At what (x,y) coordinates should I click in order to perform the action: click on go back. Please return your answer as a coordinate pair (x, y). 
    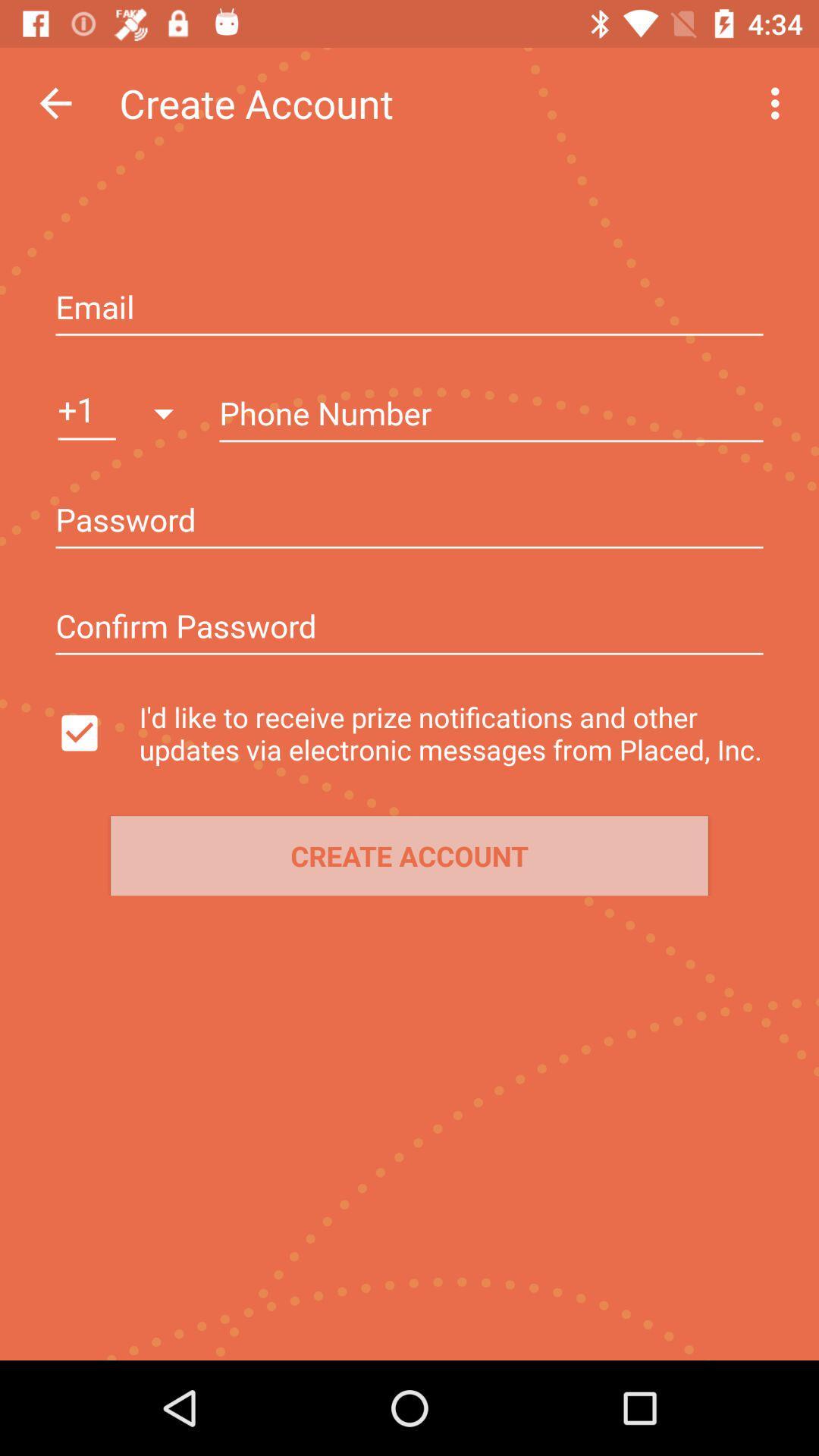
    Looking at the image, I should click on (55, 102).